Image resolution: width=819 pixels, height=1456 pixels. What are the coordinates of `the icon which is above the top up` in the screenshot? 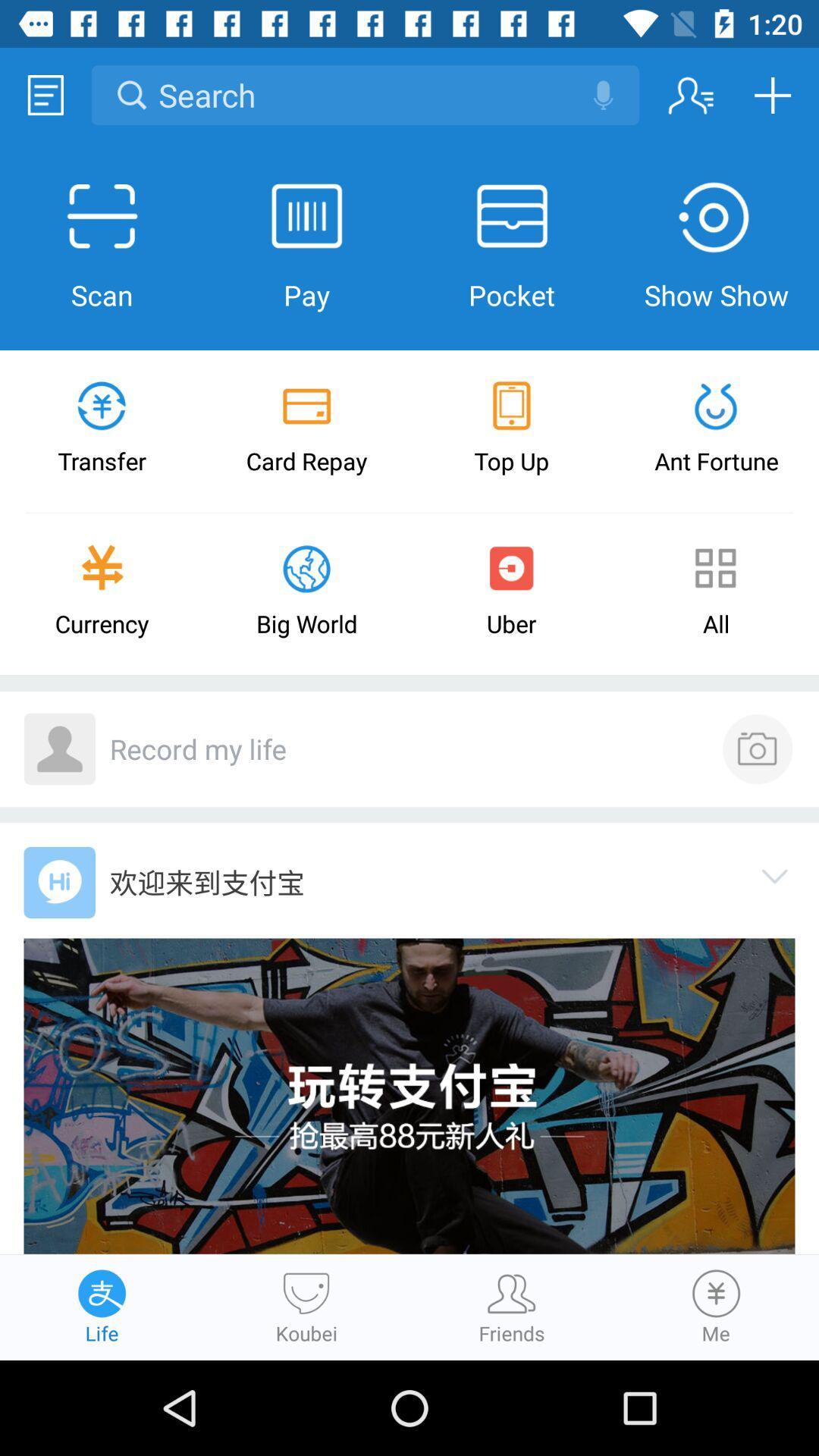 It's located at (511, 406).